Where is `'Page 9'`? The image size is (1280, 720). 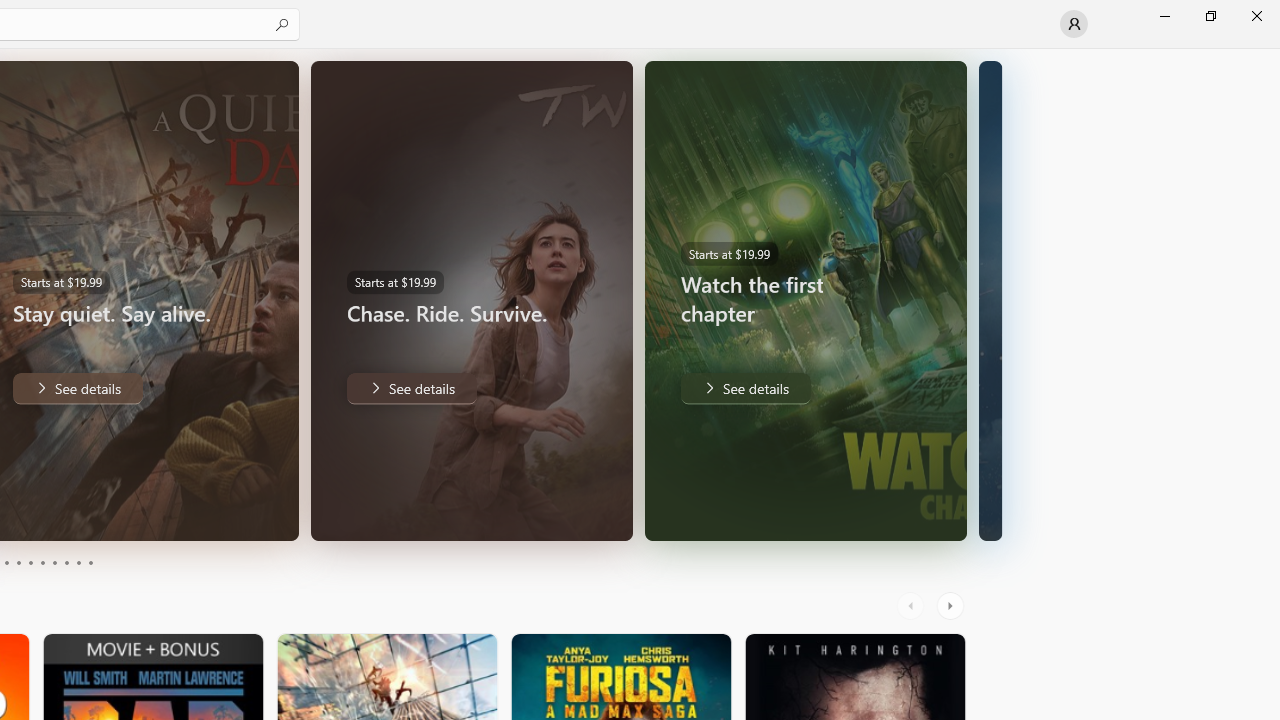 'Page 9' is located at coordinates (78, 563).